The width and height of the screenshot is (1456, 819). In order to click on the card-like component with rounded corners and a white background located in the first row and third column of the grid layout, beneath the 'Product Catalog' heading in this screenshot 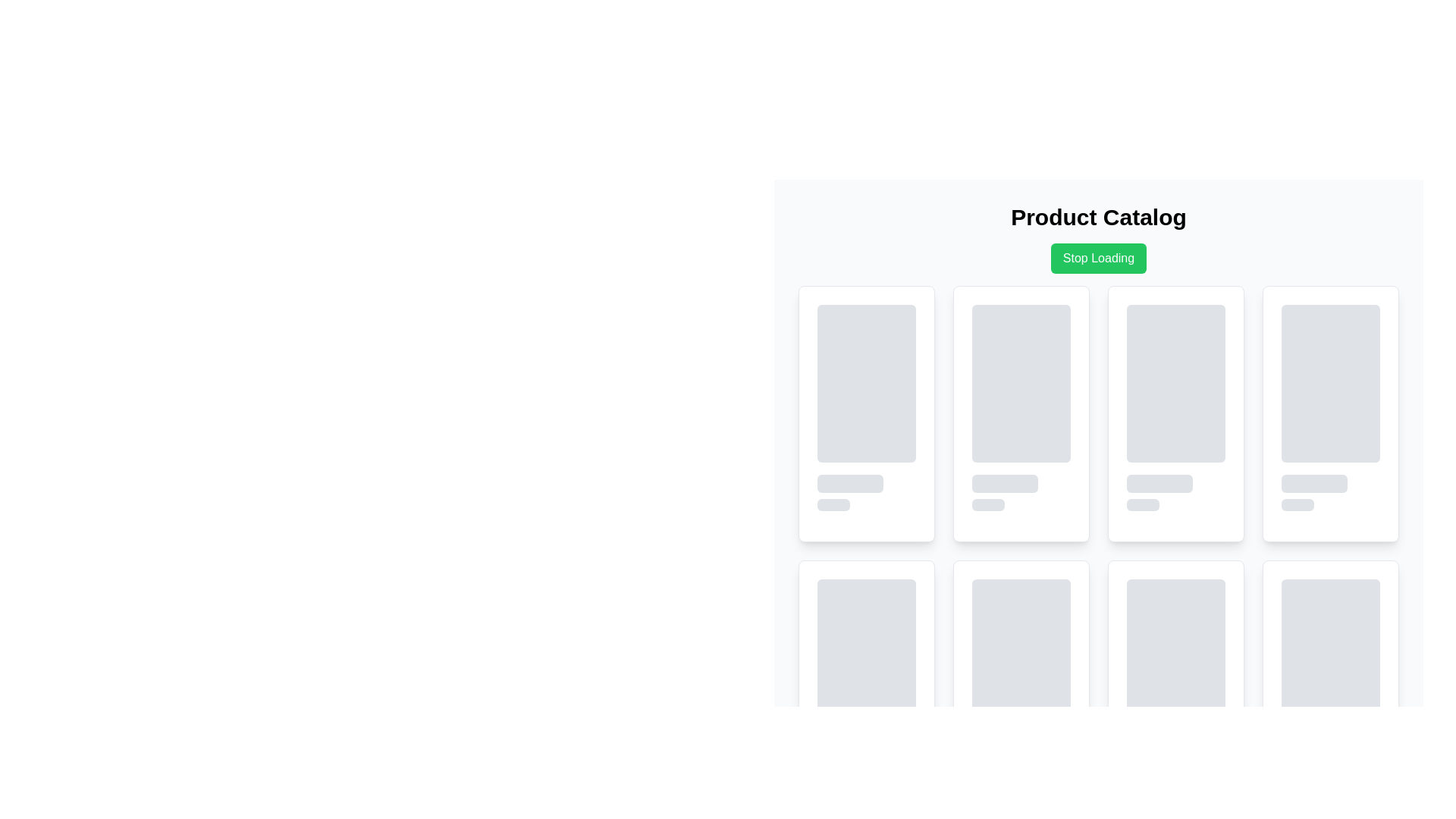, I will do `click(1175, 414)`.